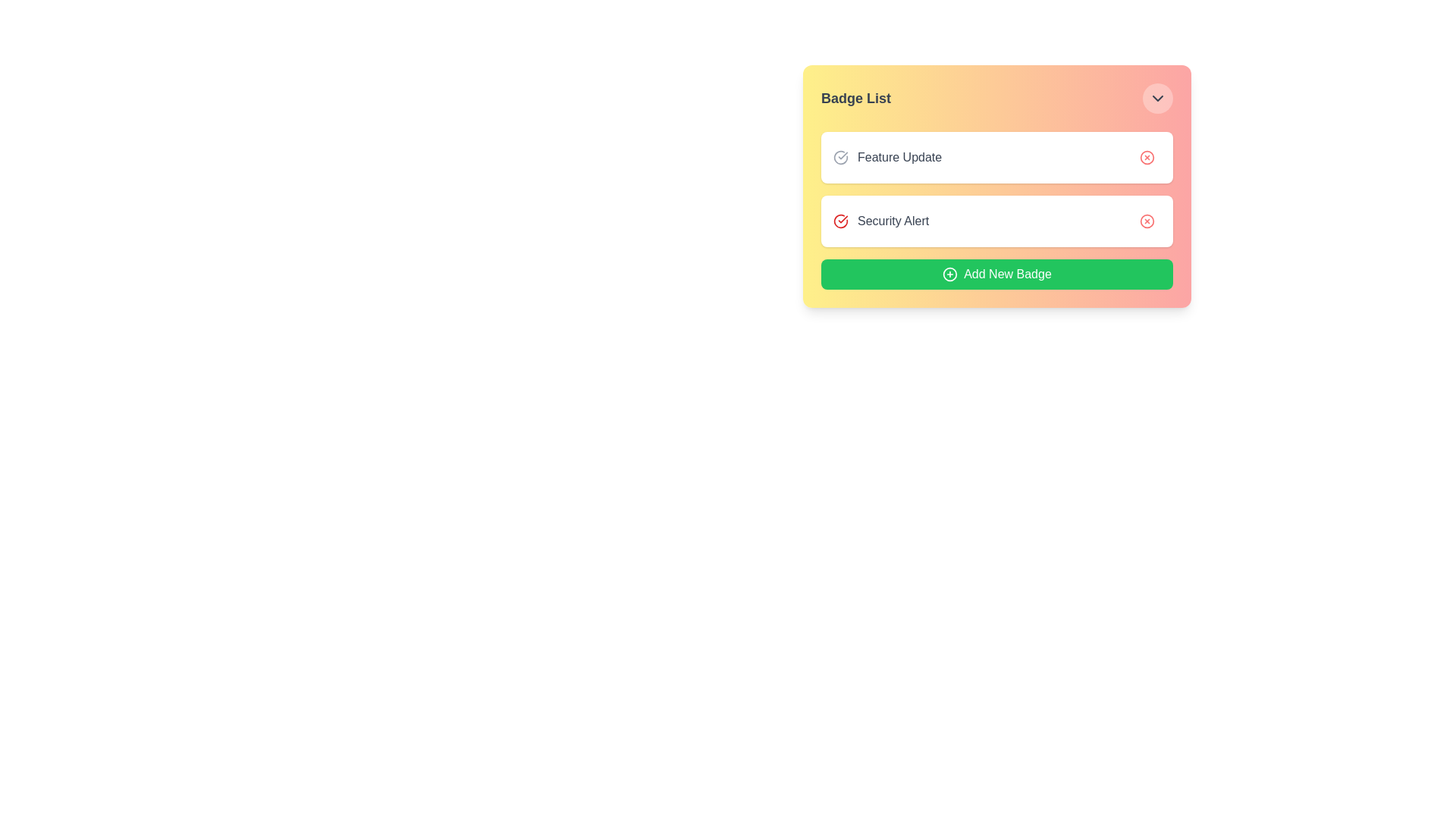  What do you see at coordinates (1147, 158) in the screenshot?
I see `the position of the circular red border SVG icon located to the right of the 'Feature Update' label` at bounding box center [1147, 158].